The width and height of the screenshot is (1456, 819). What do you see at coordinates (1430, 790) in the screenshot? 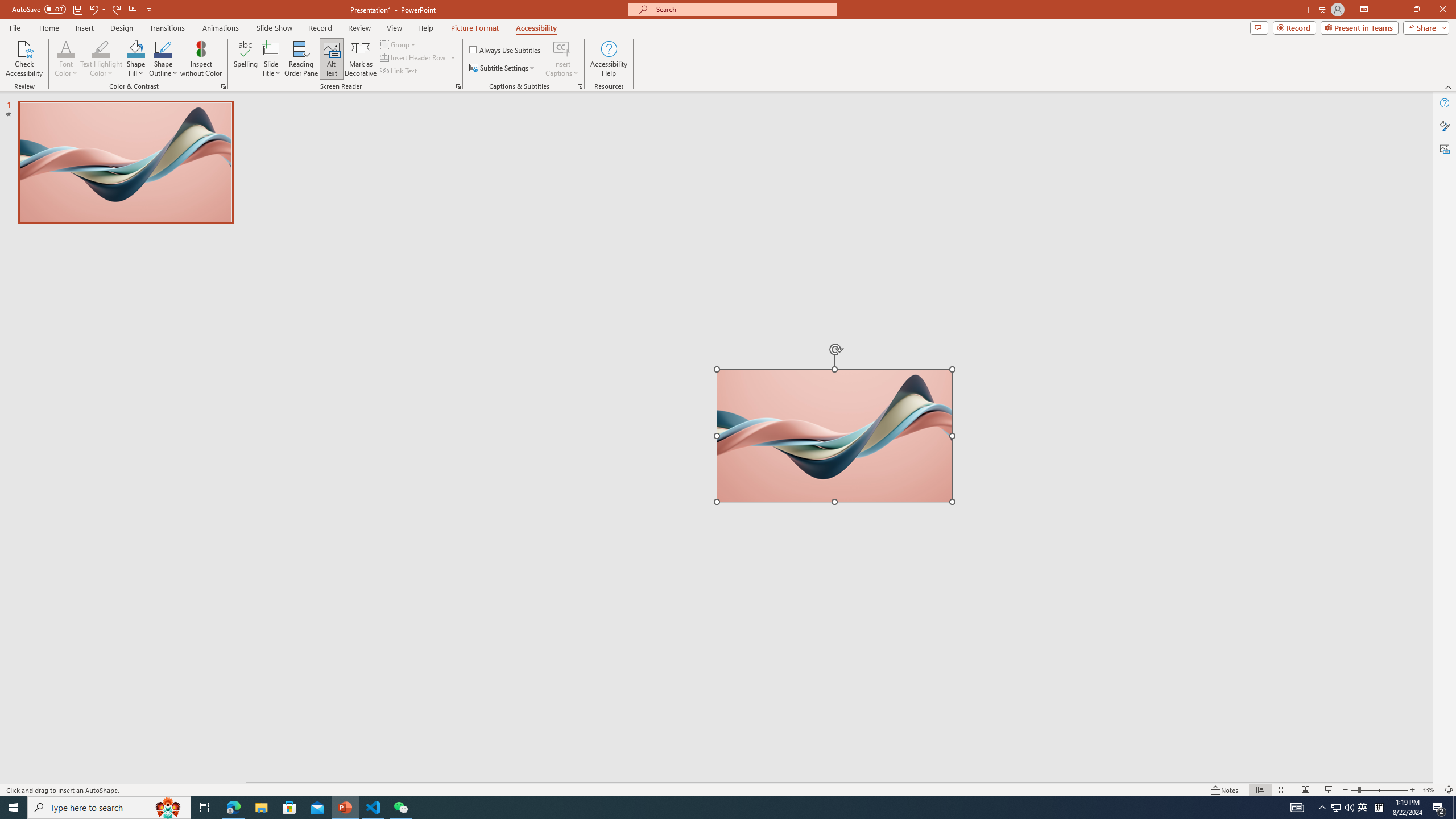
I see `'Zoom 33%'` at bounding box center [1430, 790].